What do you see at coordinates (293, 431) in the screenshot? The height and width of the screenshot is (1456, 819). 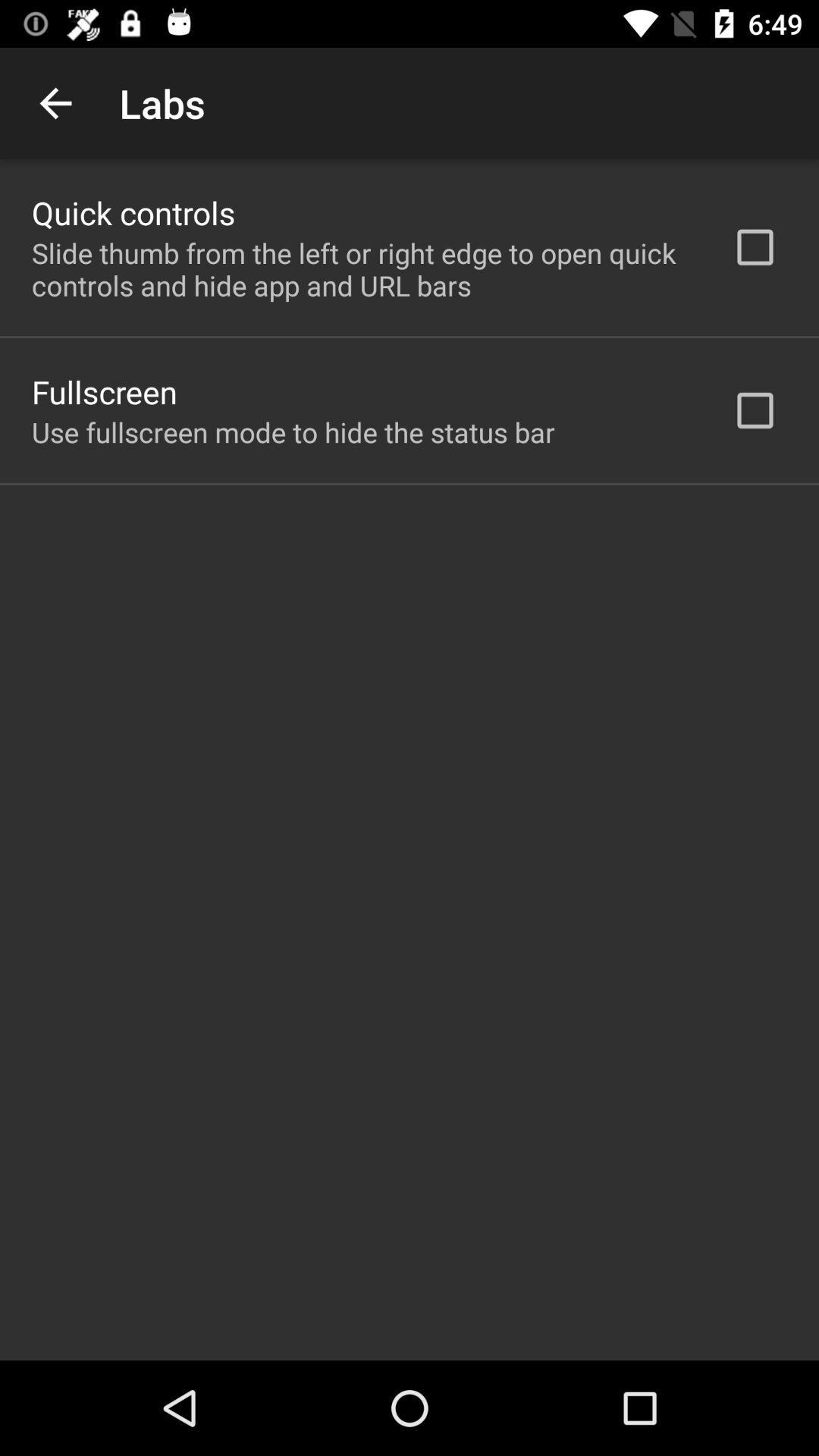 I see `use fullscreen mode` at bounding box center [293, 431].